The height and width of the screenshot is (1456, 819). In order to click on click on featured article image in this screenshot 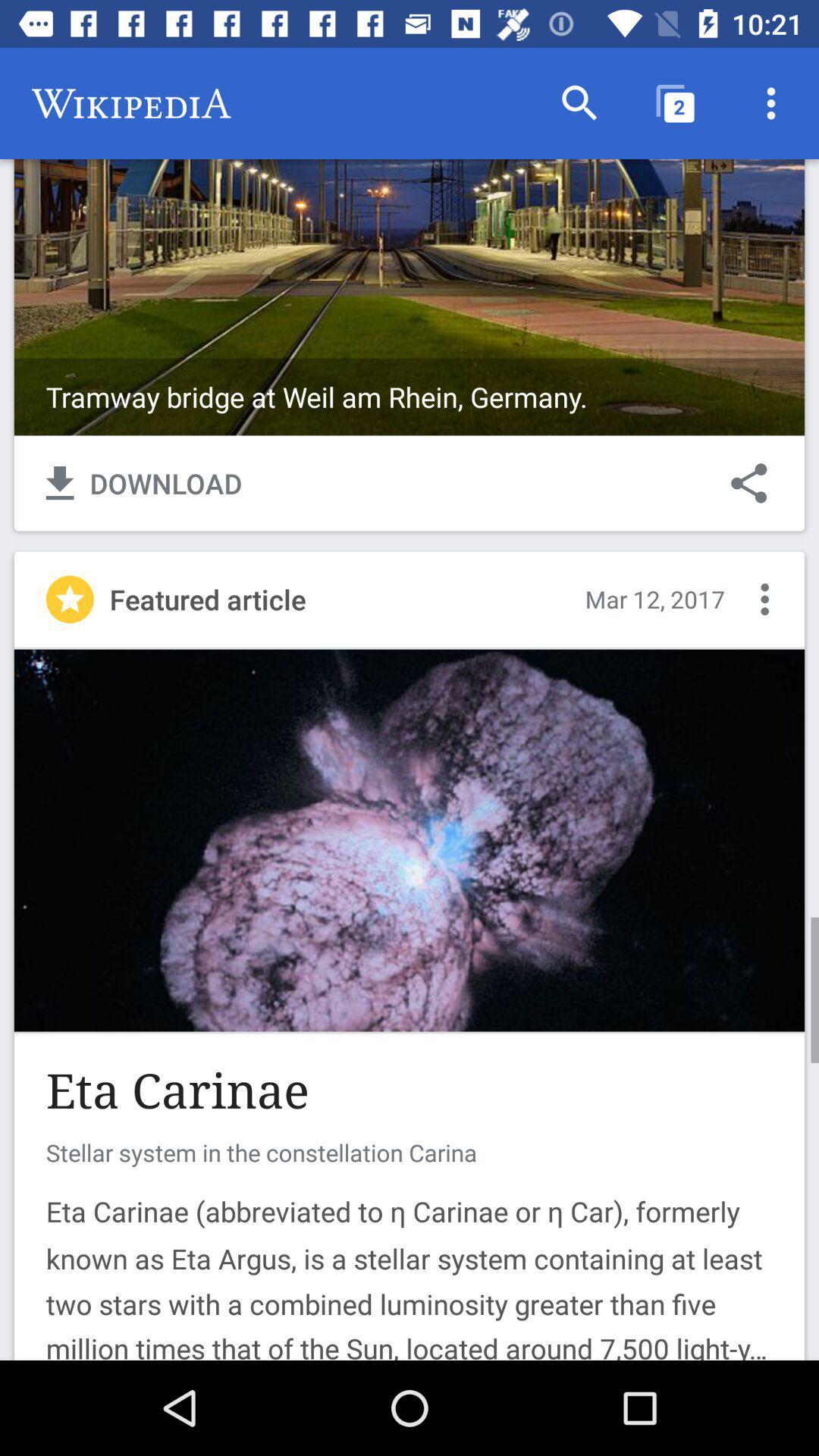, I will do `click(409, 839)`.